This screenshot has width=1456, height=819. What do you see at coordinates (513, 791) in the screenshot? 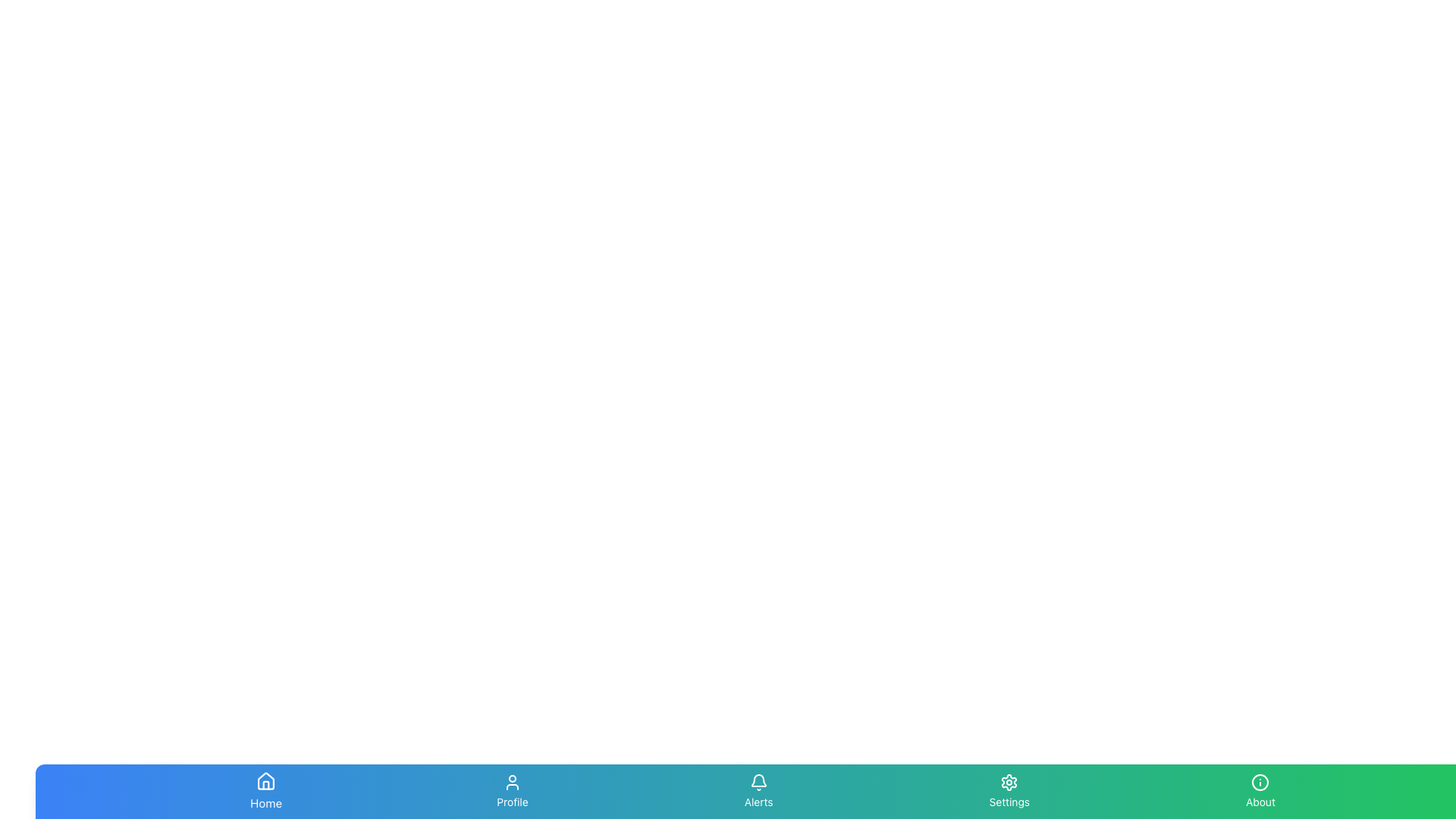
I see `the 'Profile' button located in the navigation bar` at bounding box center [513, 791].